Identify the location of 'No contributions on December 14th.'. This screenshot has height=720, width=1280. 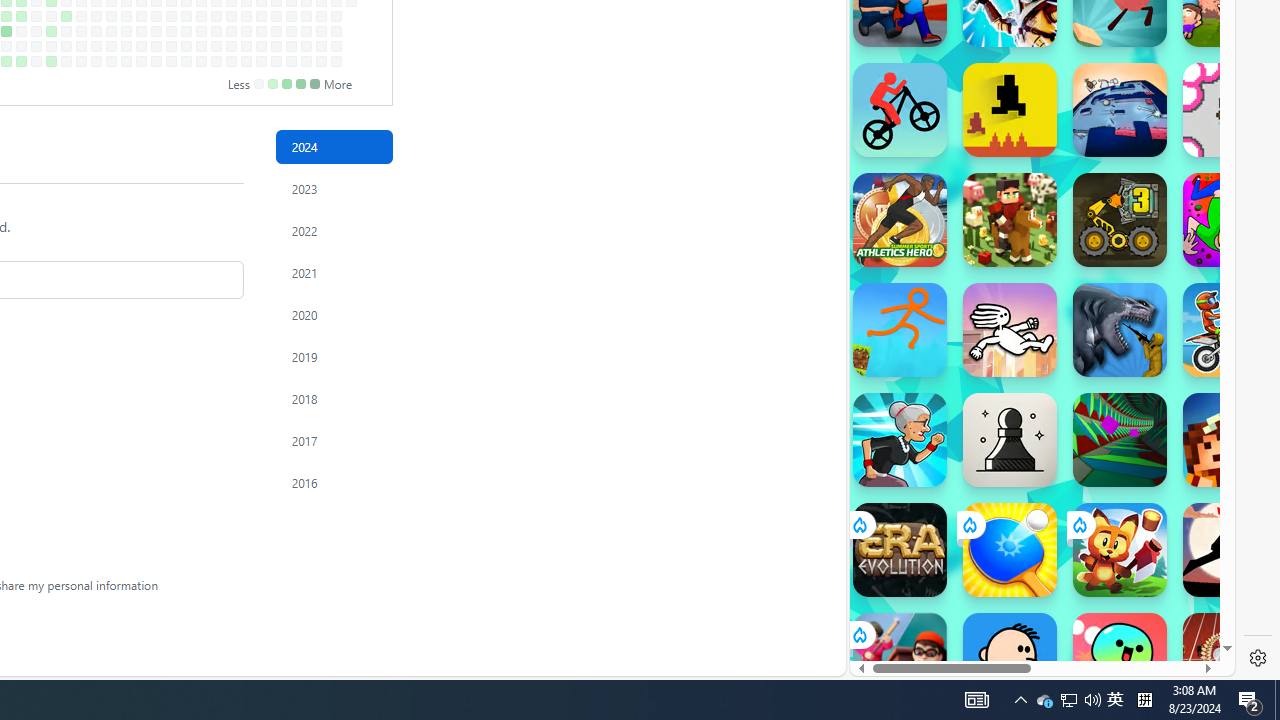
(305, 60).